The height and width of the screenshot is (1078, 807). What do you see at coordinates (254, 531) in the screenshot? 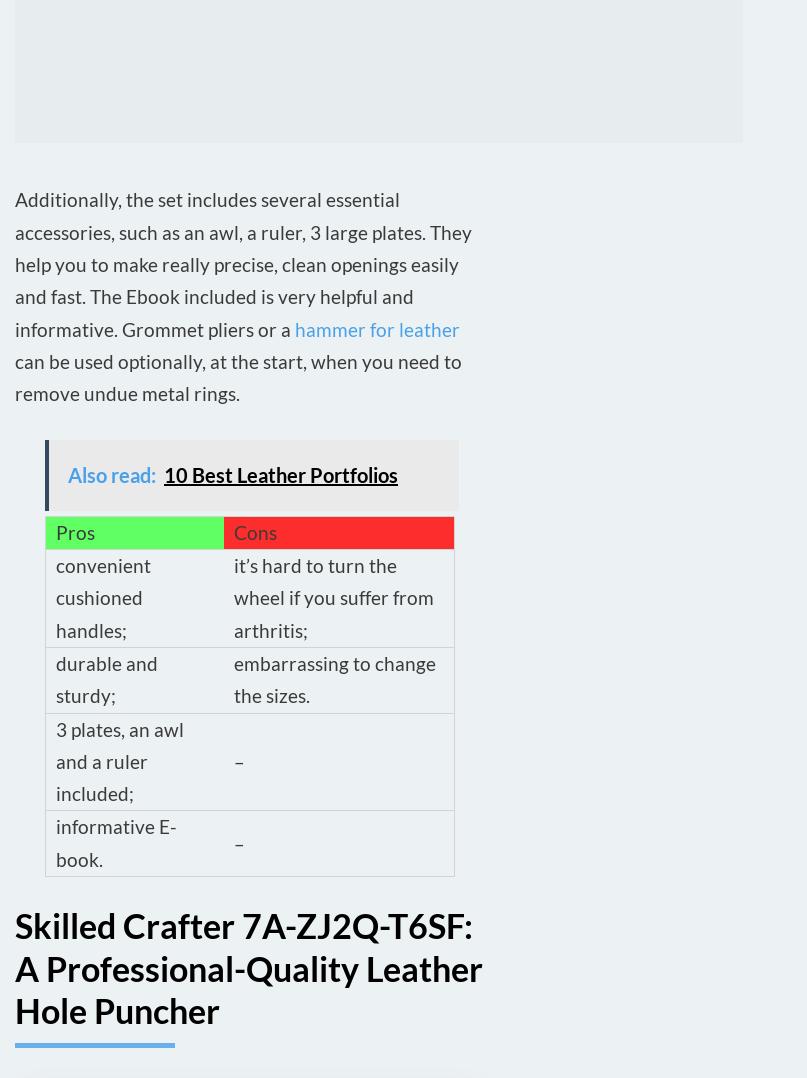
I see `'Cons'` at bounding box center [254, 531].